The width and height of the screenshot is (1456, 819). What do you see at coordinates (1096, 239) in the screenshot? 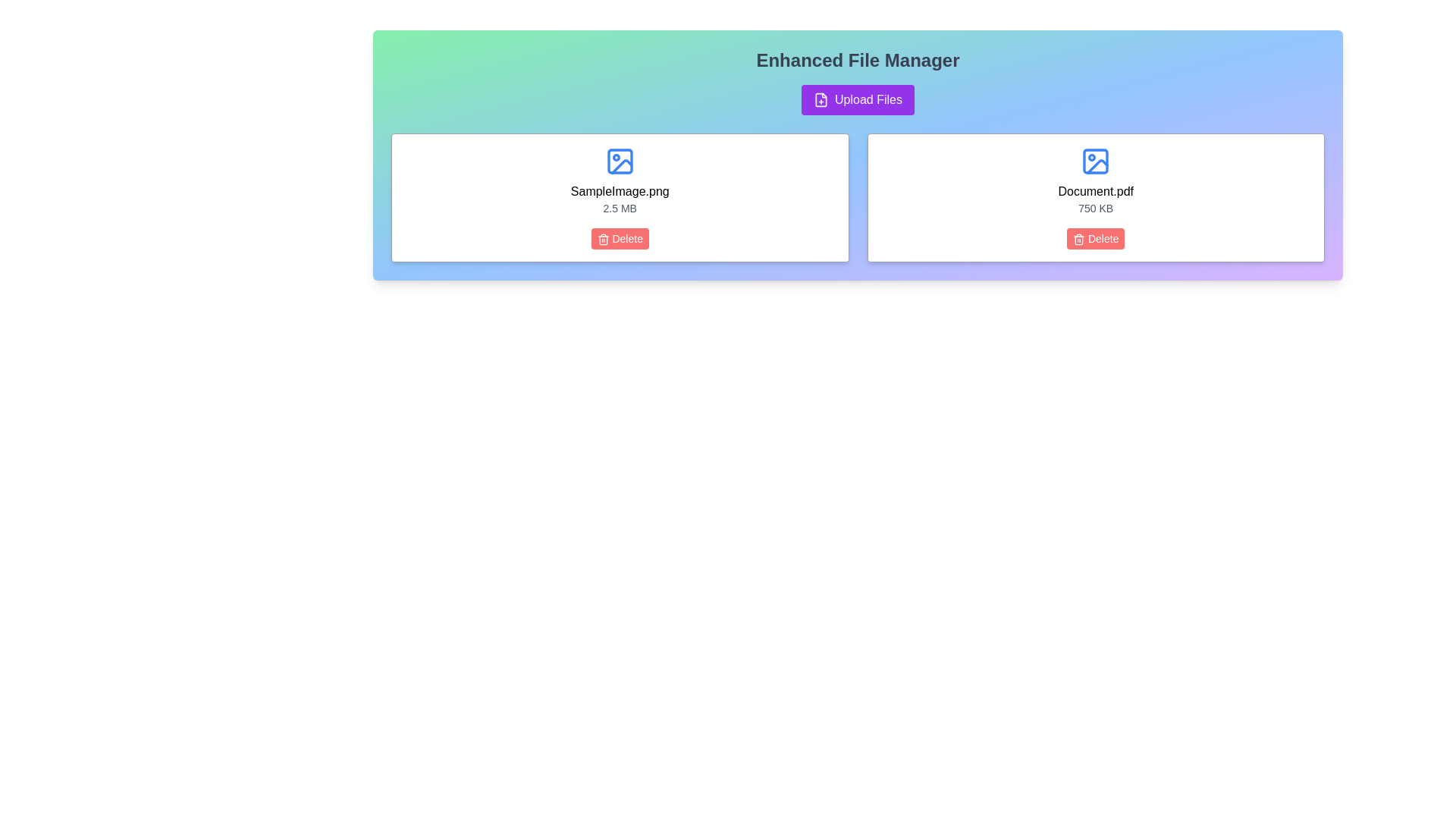
I see `the red 'Delete' button with a trash bin icon` at bounding box center [1096, 239].